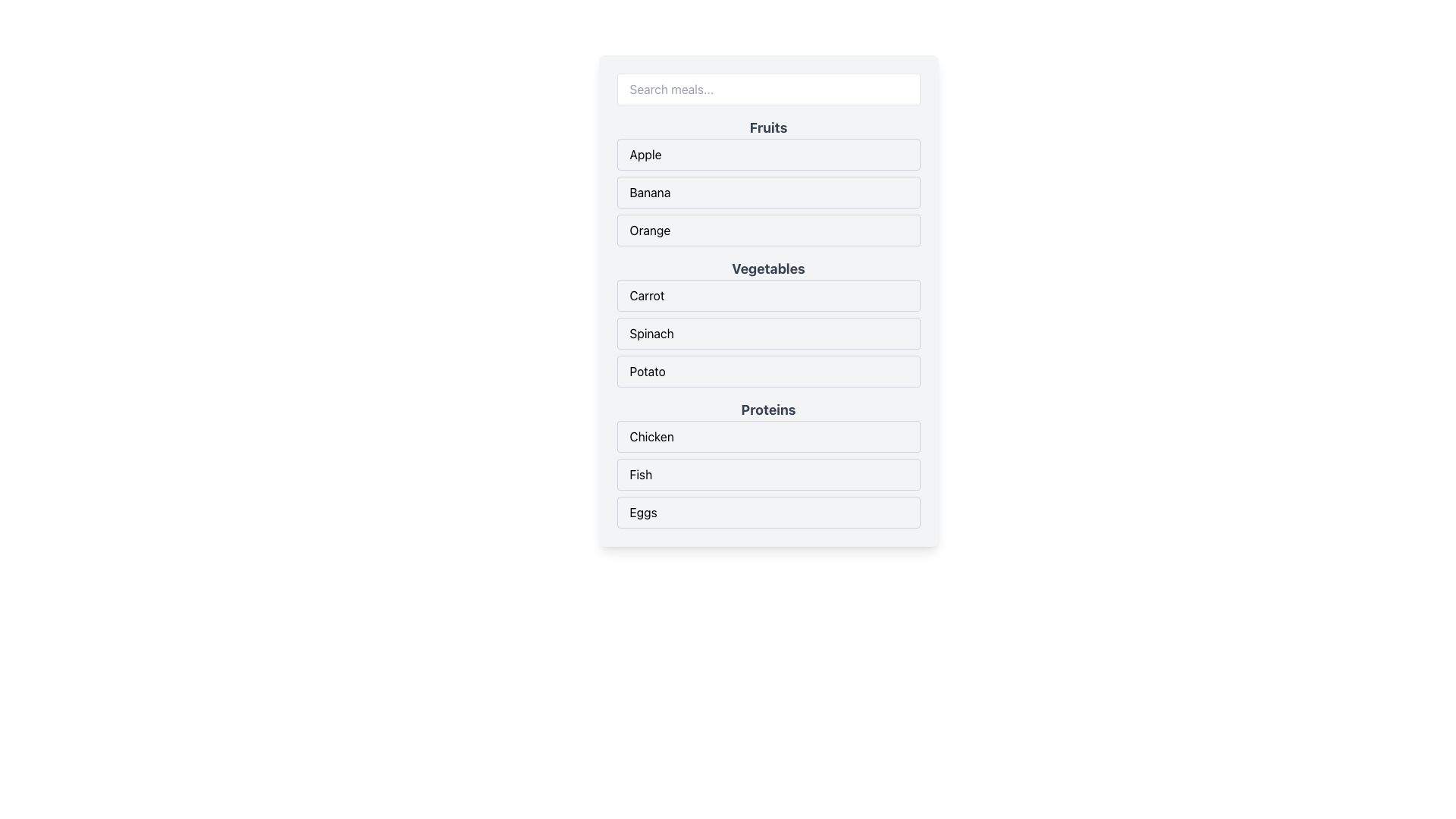 The image size is (1456, 819). What do you see at coordinates (768, 409) in the screenshot?
I see `the 'Proteins' text label, which categorizes items like 'Chicken', 'Fish', and 'Eggs'` at bounding box center [768, 409].